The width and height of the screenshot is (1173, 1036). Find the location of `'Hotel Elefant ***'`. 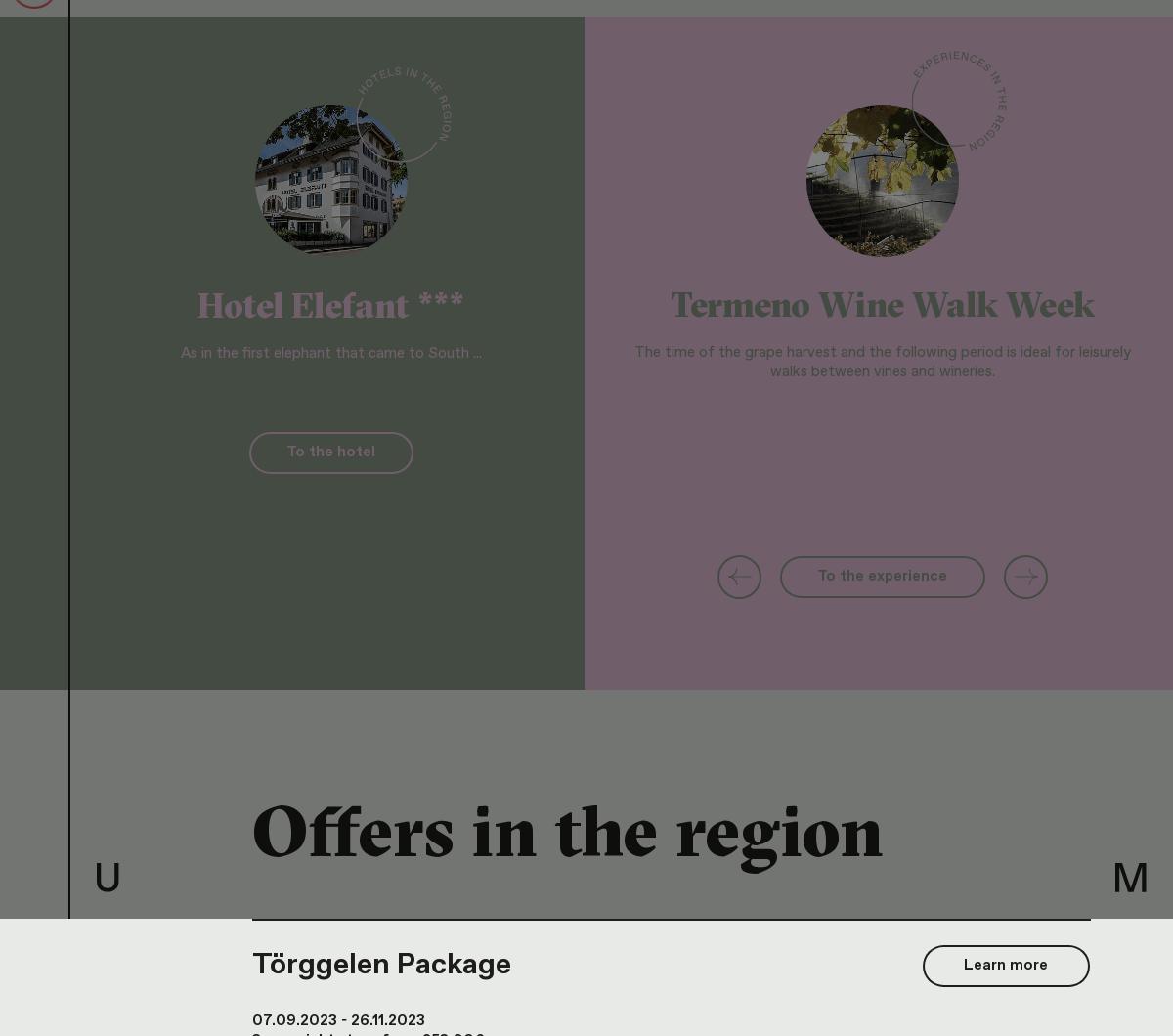

'Hotel Elefant ***' is located at coordinates (329, 304).